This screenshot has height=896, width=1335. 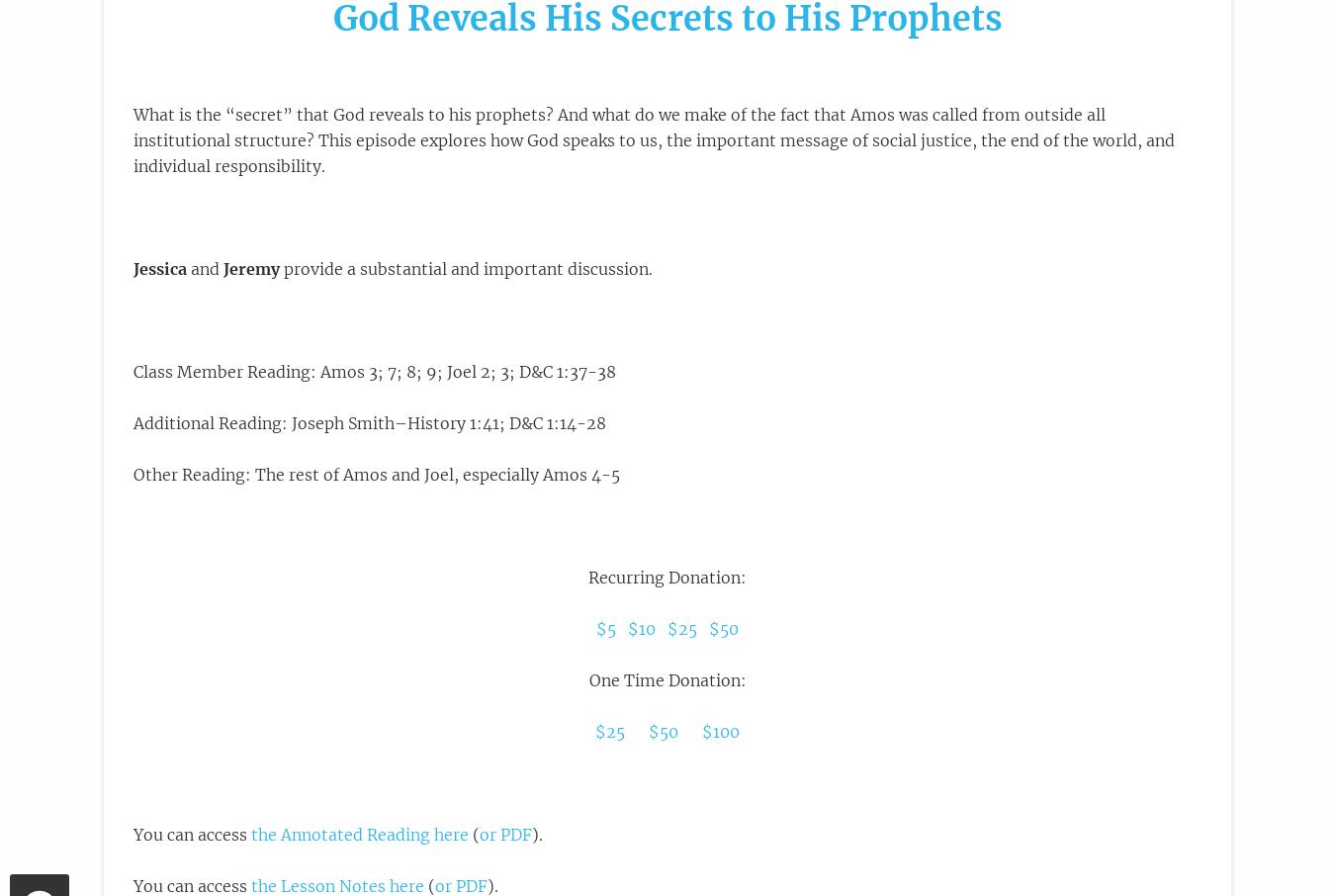 I want to click on 'You can access', so click(x=192, y=834).